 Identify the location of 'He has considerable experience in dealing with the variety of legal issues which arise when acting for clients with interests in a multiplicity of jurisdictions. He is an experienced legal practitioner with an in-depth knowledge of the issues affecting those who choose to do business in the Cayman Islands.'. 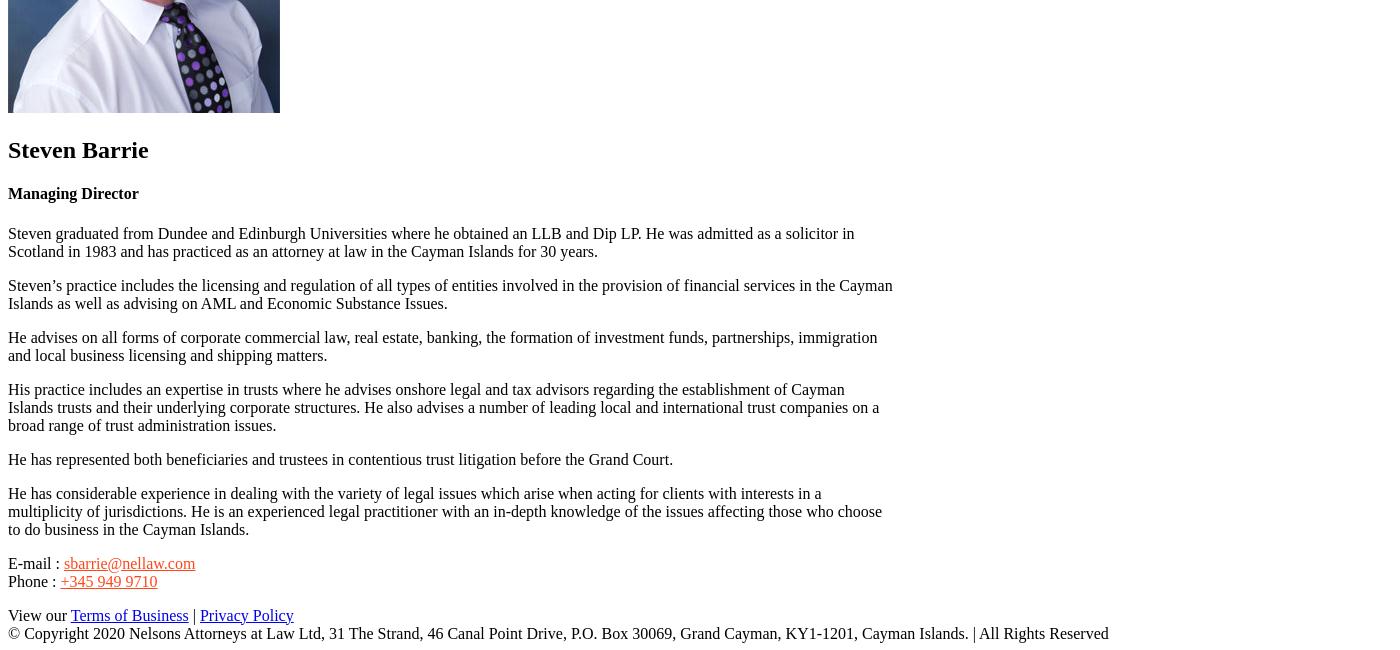
(445, 510).